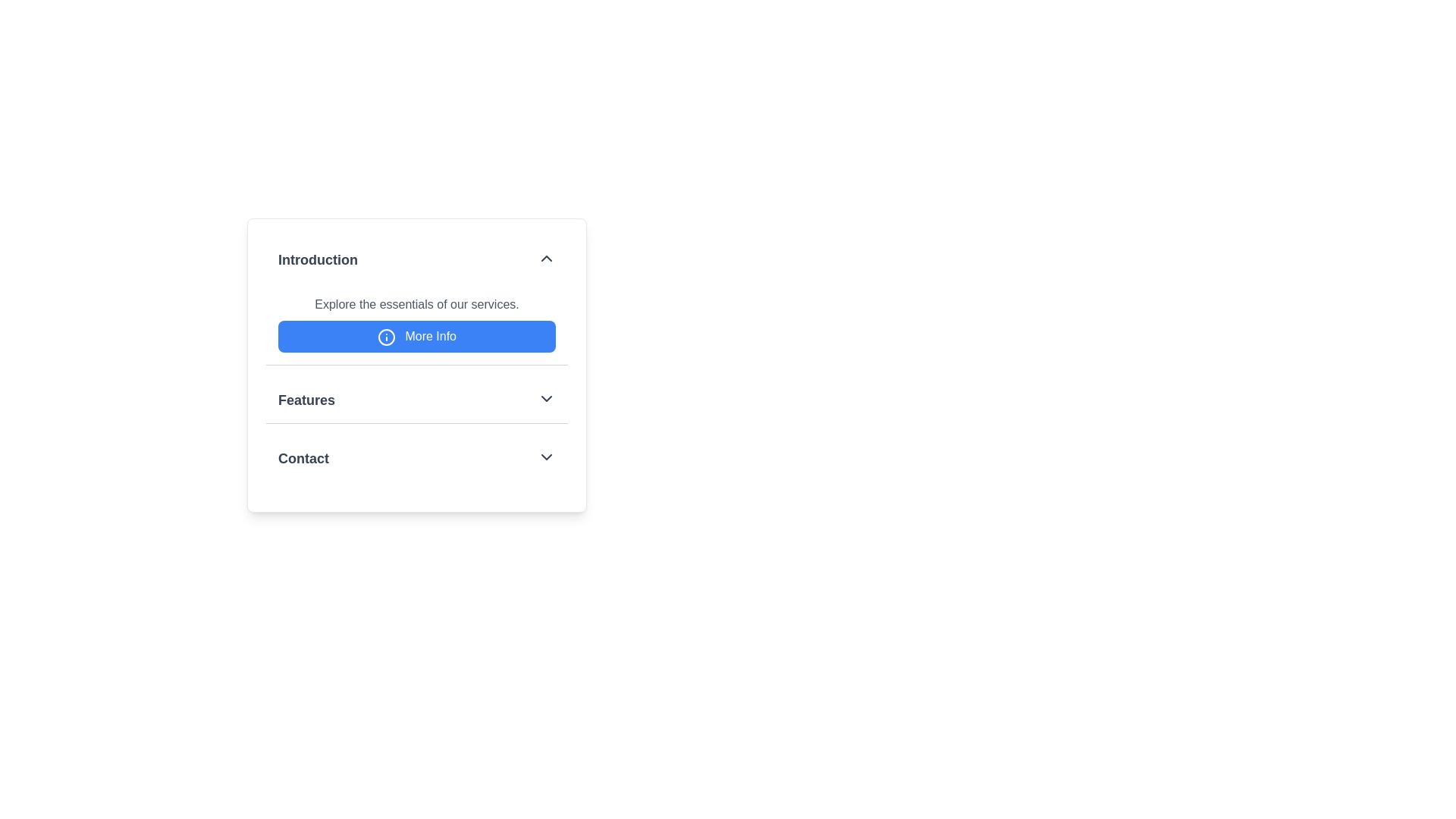 This screenshot has width=1456, height=819. What do you see at coordinates (417, 400) in the screenshot?
I see `the 'Features' dropdown trigger located in the second section of the vertically stacked card layout` at bounding box center [417, 400].